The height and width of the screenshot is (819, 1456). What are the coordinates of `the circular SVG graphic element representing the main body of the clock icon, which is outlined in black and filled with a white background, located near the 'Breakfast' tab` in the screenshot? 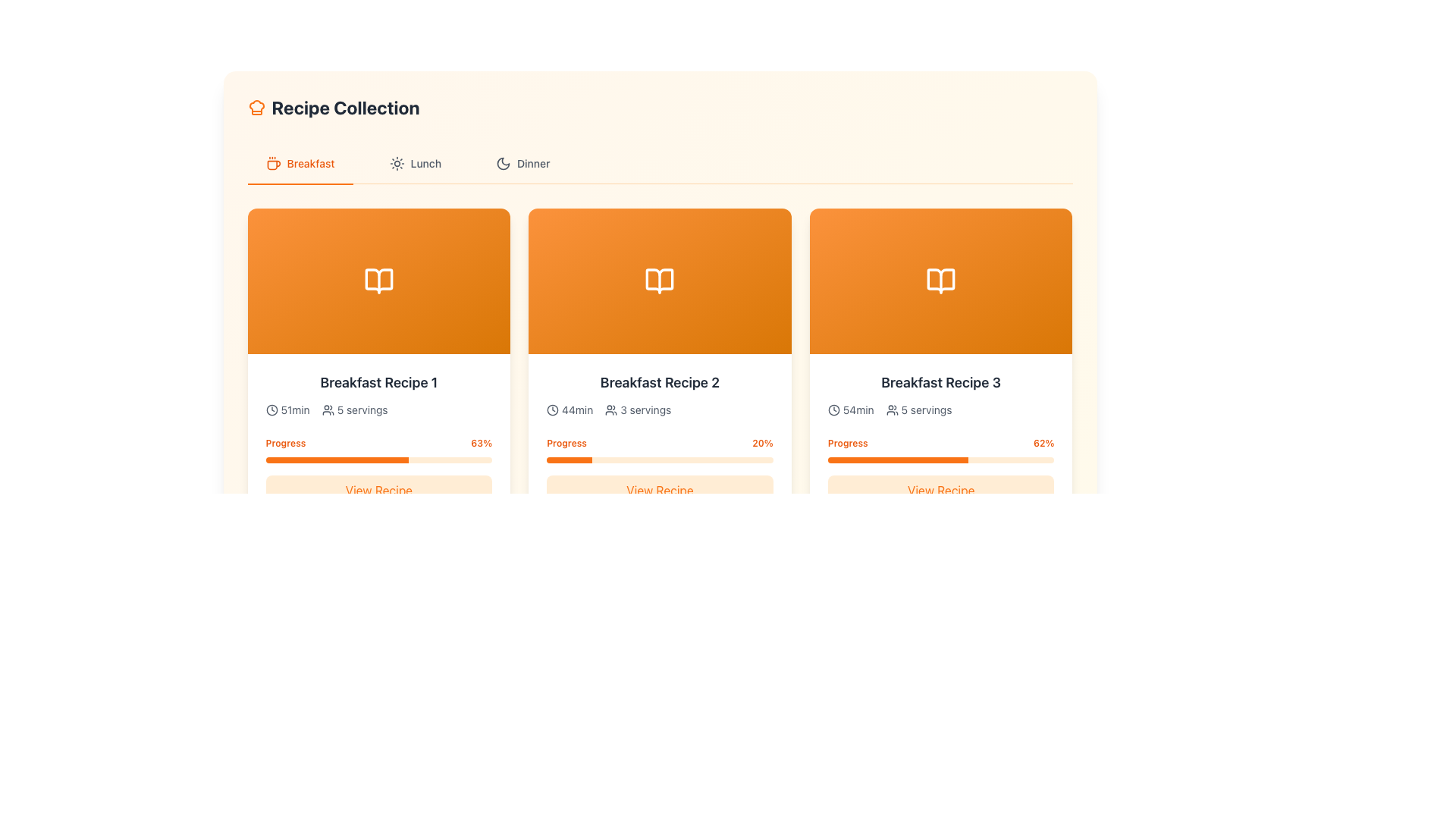 It's located at (833, 409).